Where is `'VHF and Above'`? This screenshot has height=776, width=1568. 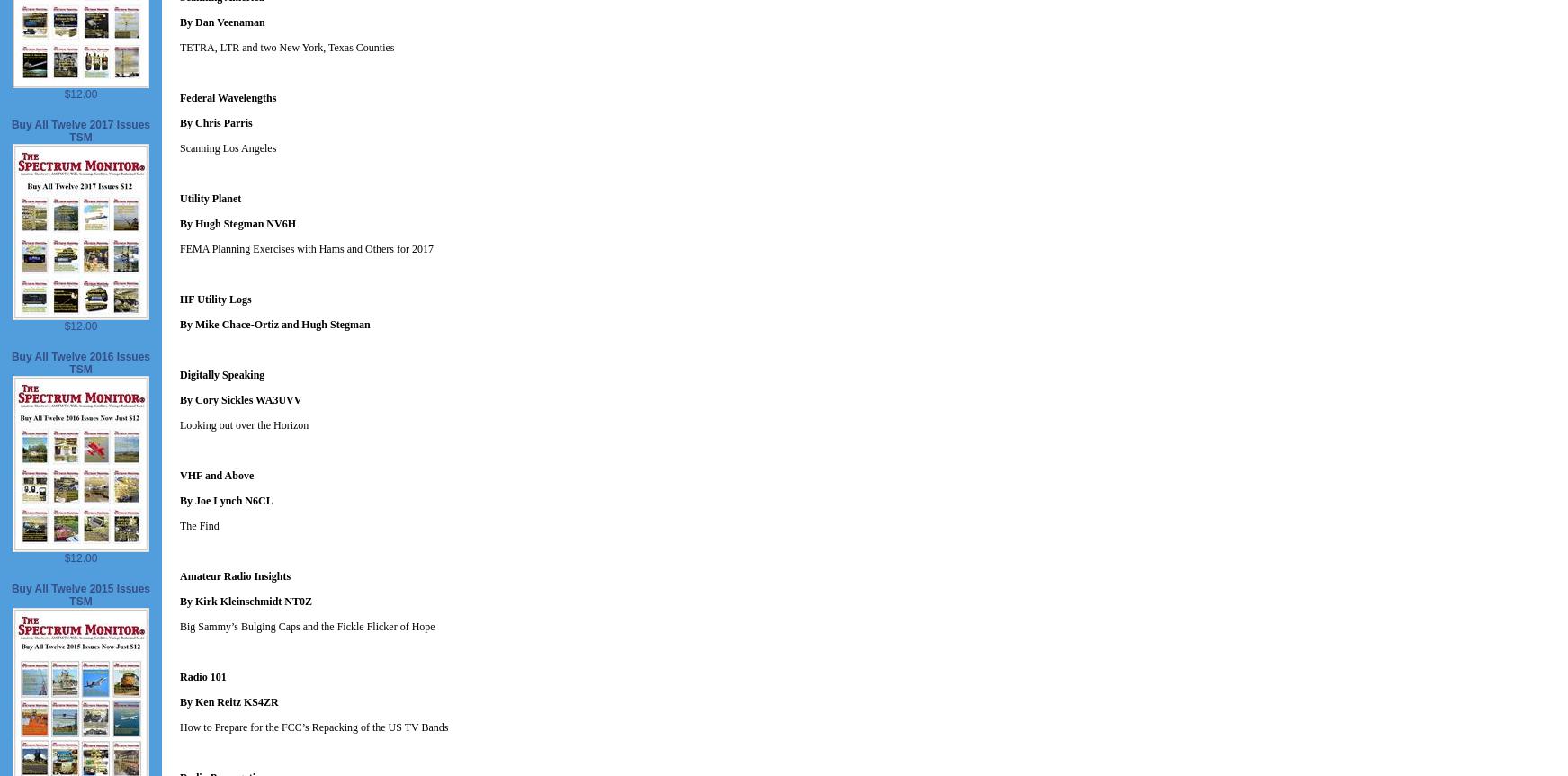
'VHF and Above' is located at coordinates (217, 476).